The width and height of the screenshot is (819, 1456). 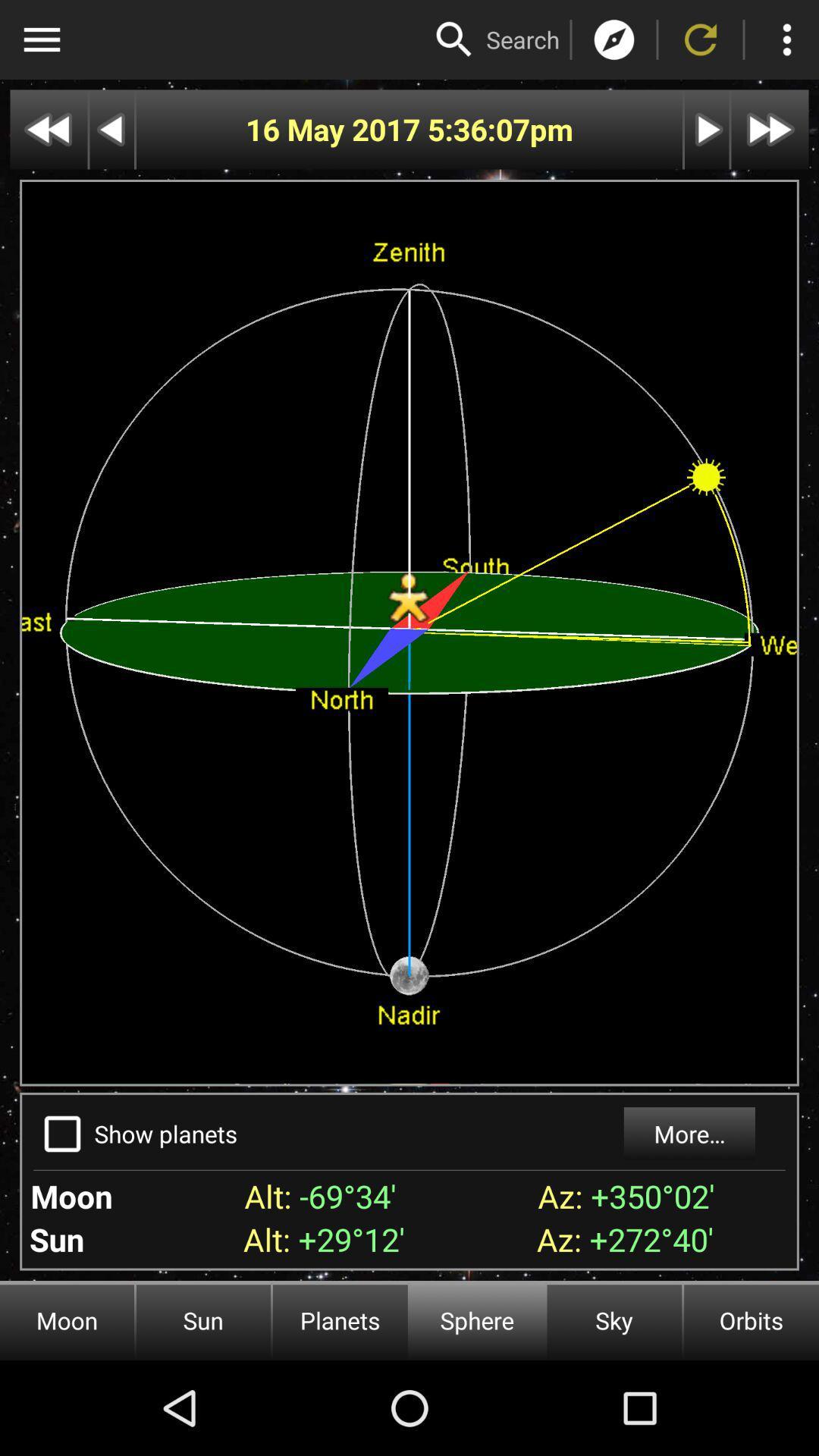 What do you see at coordinates (111, 130) in the screenshot?
I see `previous` at bounding box center [111, 130].